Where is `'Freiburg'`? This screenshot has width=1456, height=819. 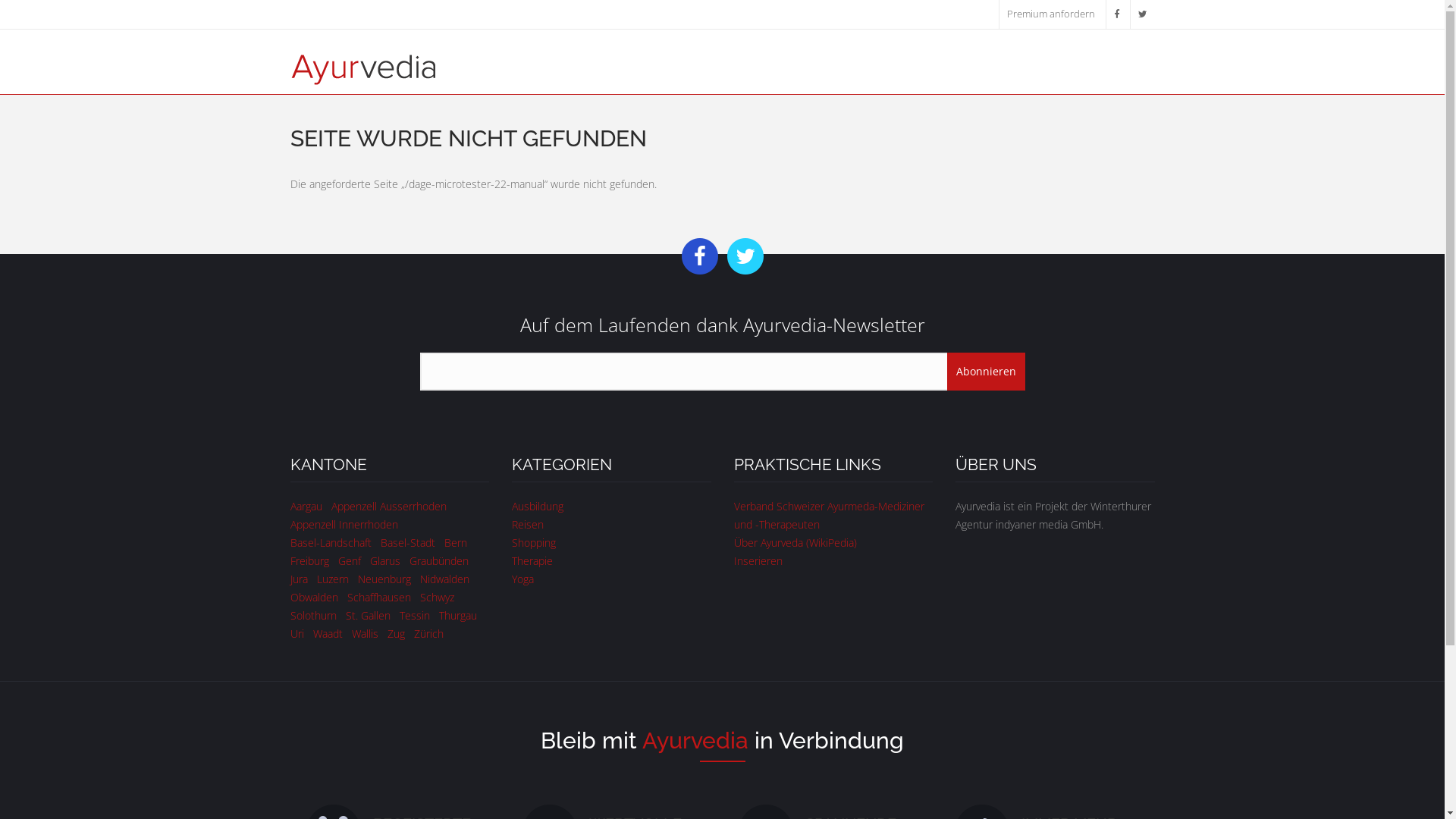
'Freiburg' is located at coordinates (308, 560).